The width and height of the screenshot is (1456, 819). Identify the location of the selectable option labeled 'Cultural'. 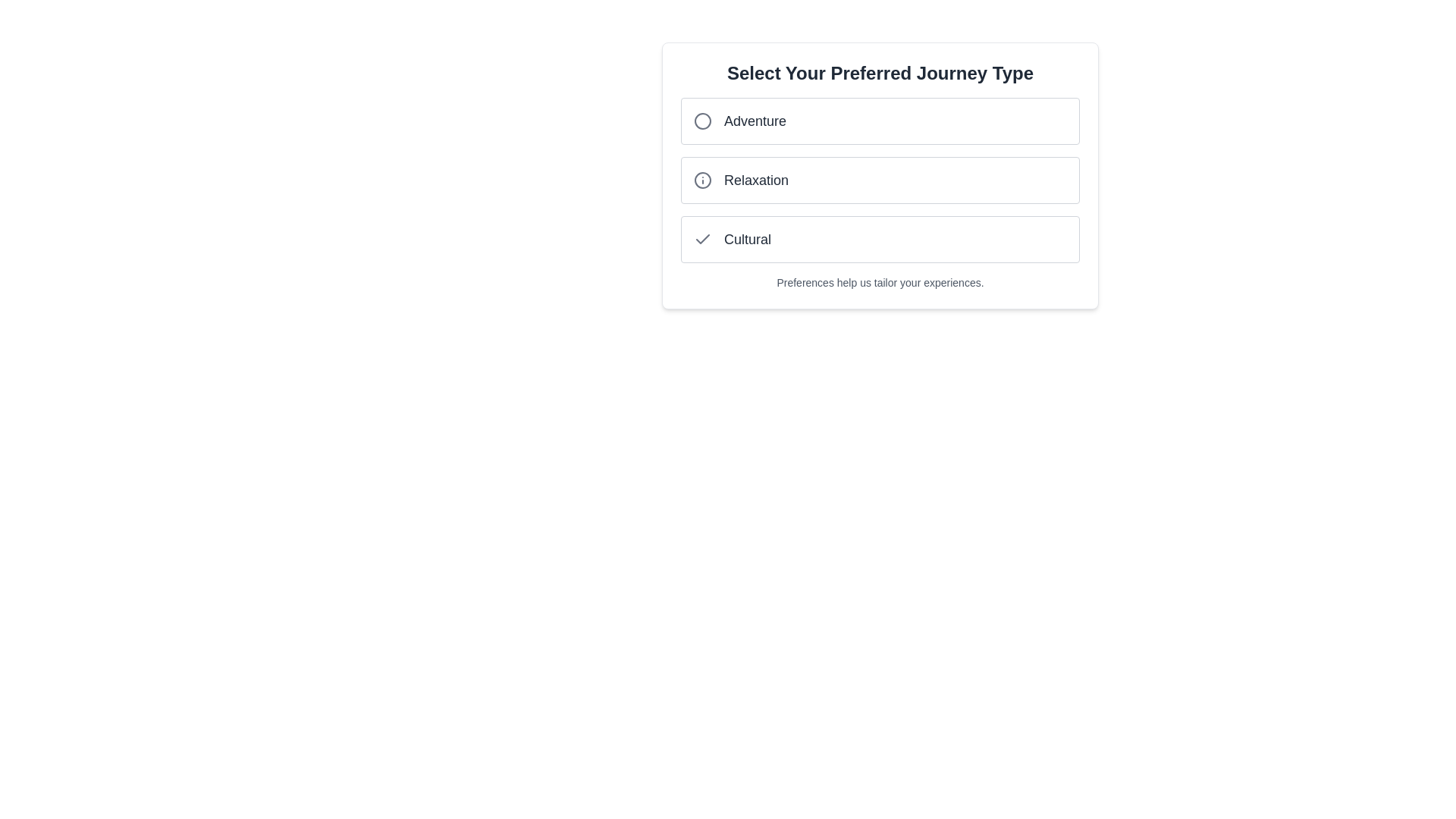
(880, 239).